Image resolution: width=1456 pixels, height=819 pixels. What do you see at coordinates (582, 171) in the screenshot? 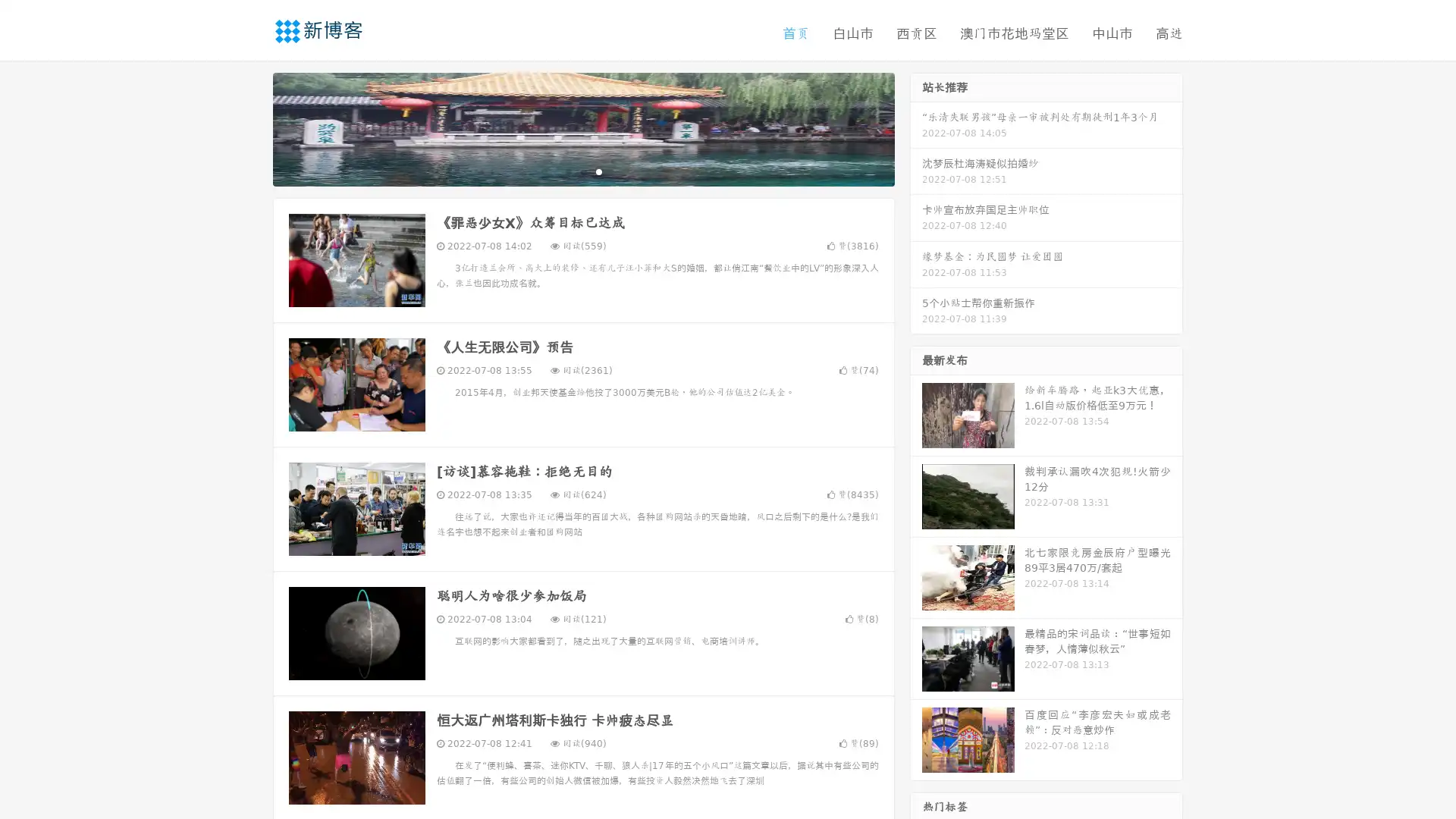
I see `Go to slide 2` at bounding box center [582, 171].